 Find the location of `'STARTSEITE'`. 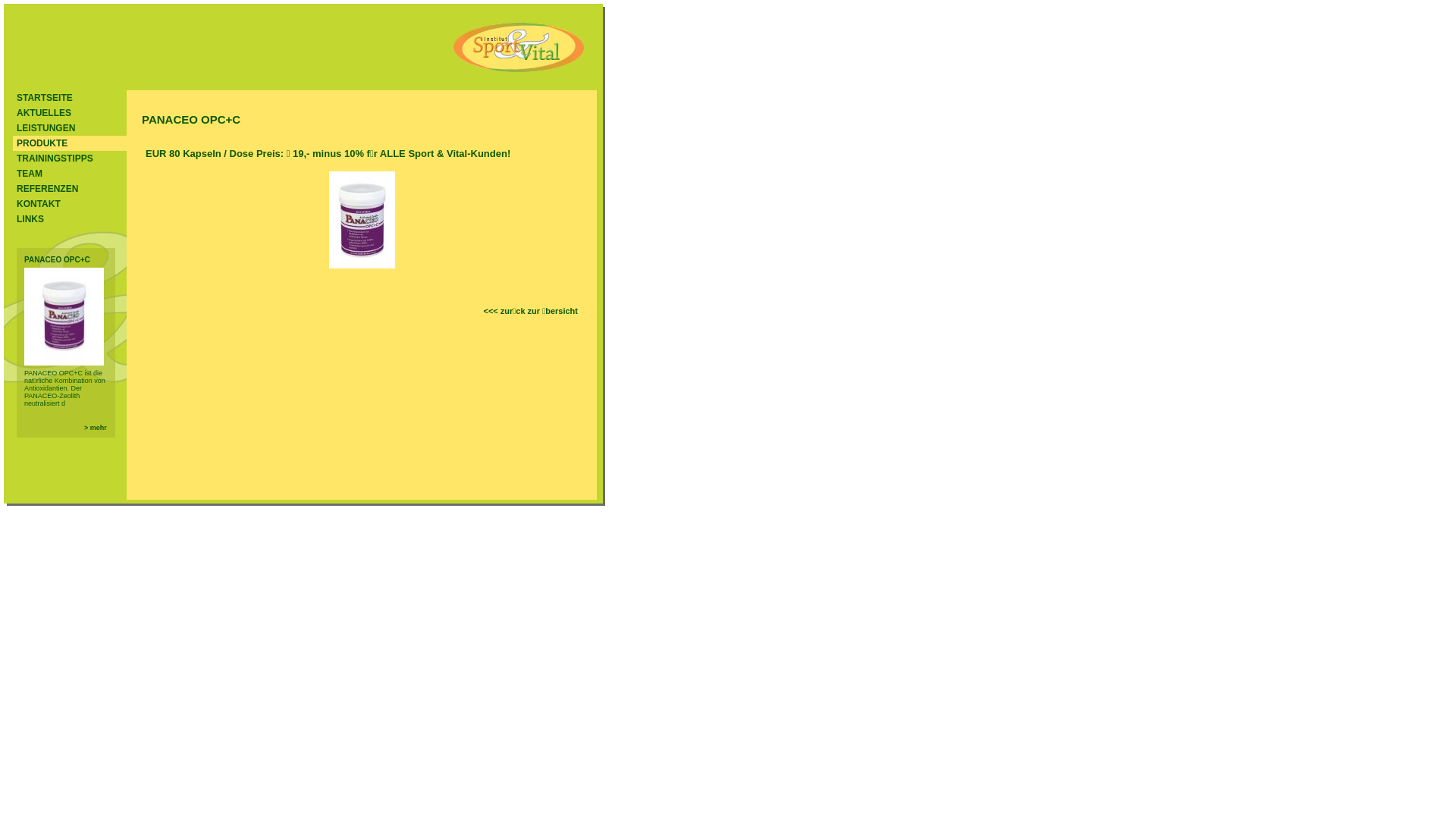

'STARTSEITE' is located at coordinates (68, 97).